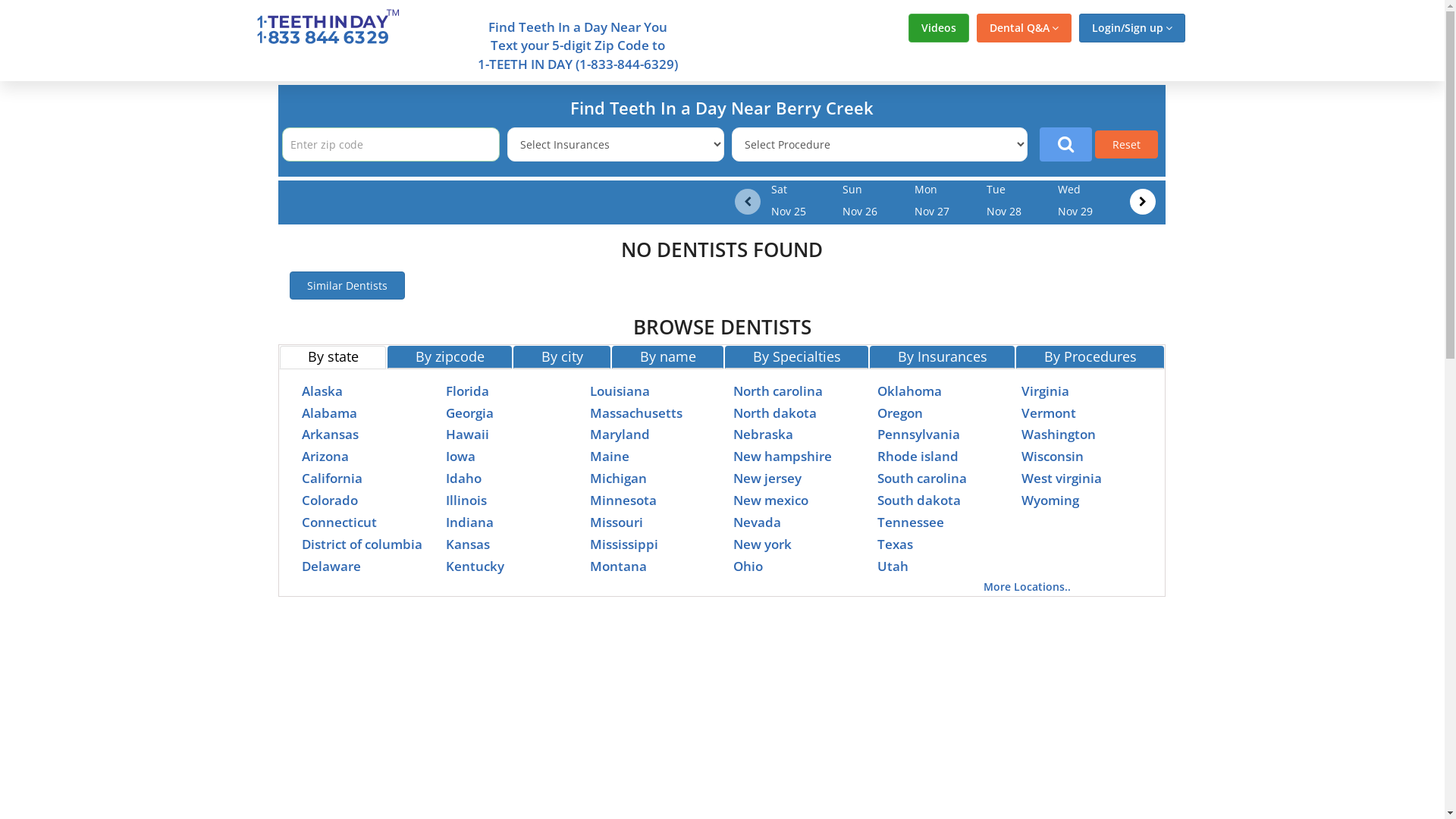 The width and height of the screenshot is (1456, 819). I want to click on 'Delaware', so click(330, 566).